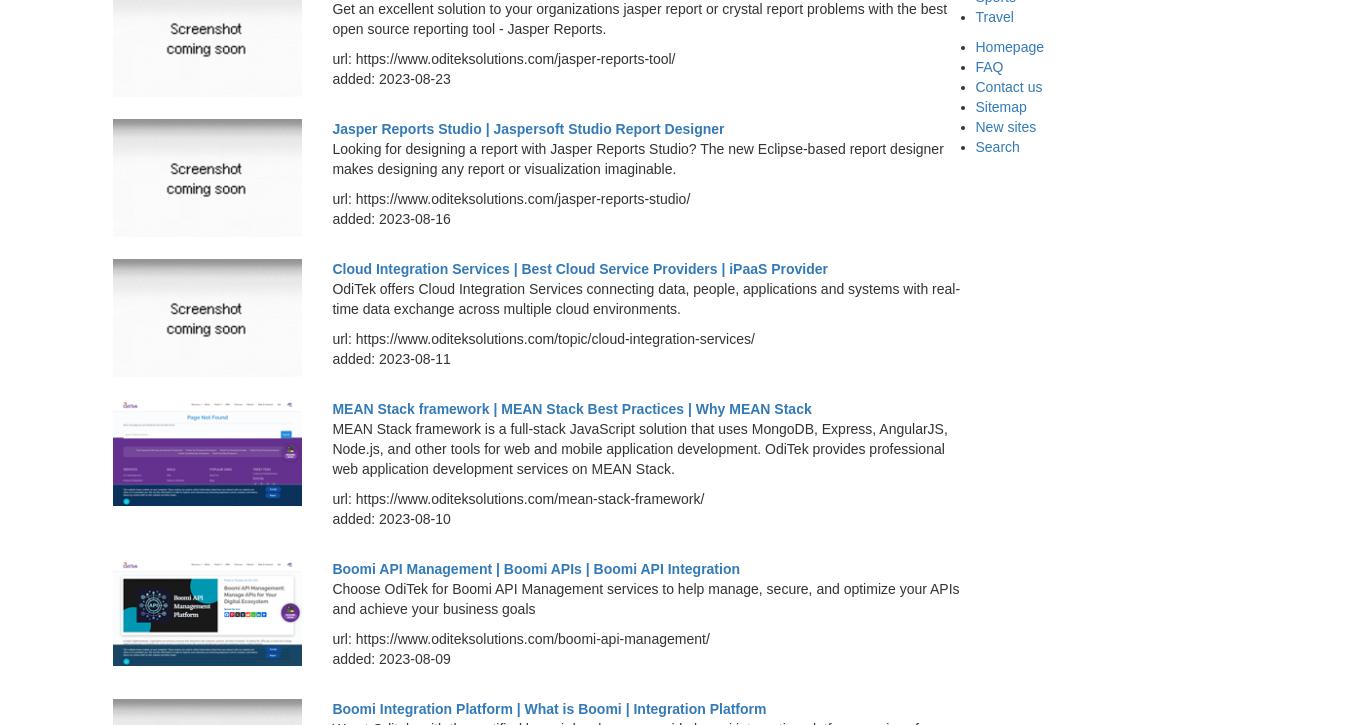 Image resolution: width=1366 pixels, height=725 pixels. I want to click on 'MEAN Stack framework is a full-stack JavaScript solution that uses MongoDB, Express, AngularJS, Node.js, and other tools for web and mobile application development. OdiTek provides professional web application development services on MEAN Stack.', so click(331, 447).